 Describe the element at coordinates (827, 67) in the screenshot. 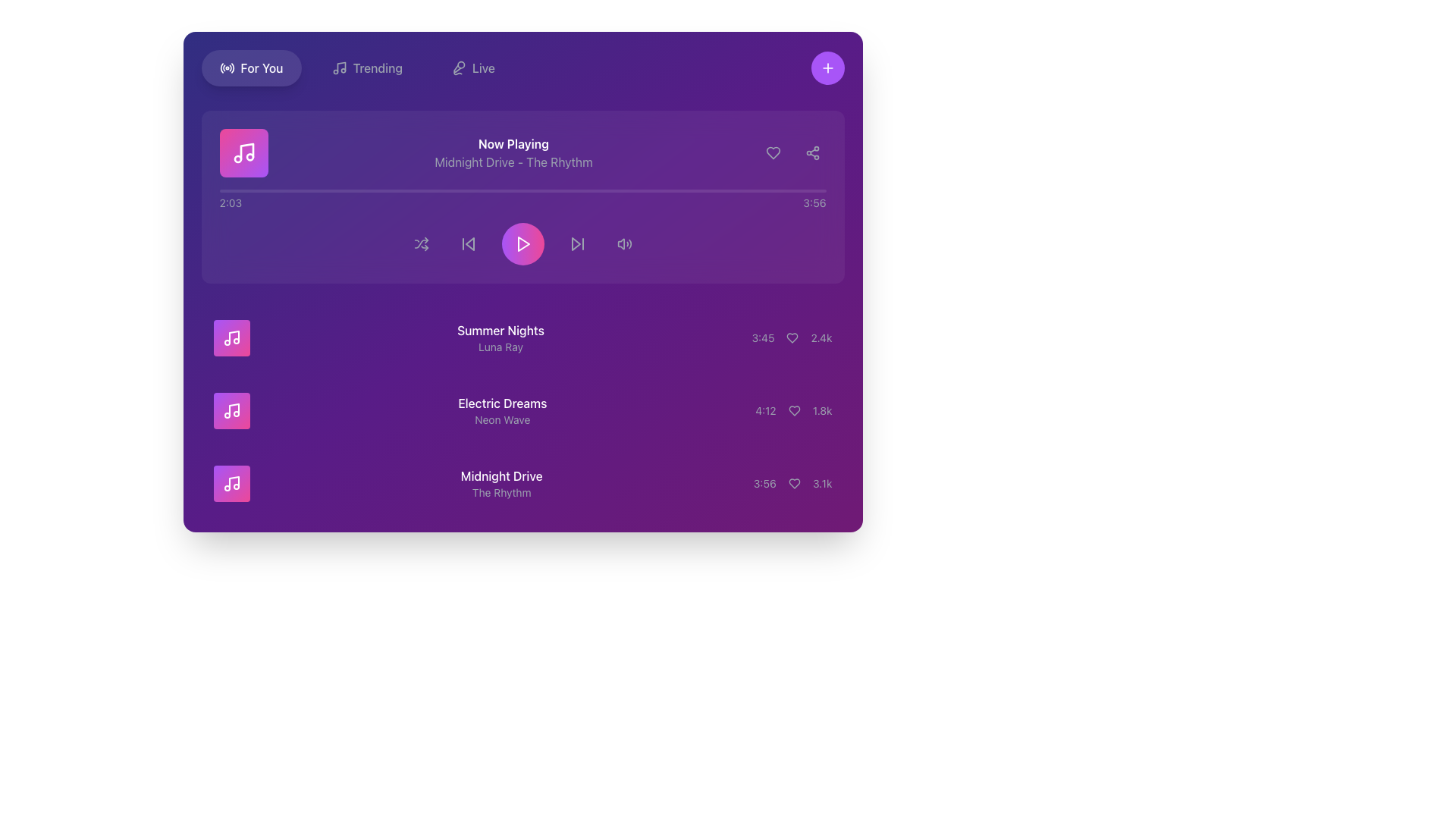

I see `the 'add' button located at the top-right corner of the music information panel` at that location.